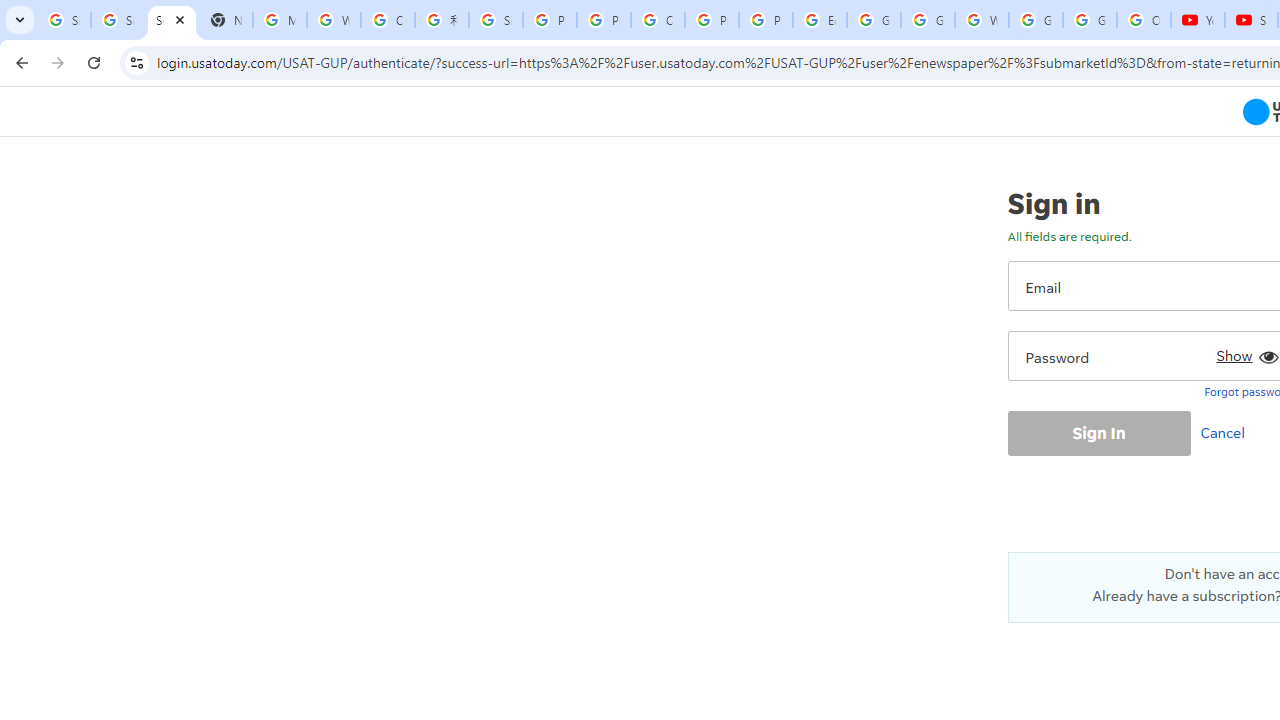 Image resolution: width=1280 pixels, height=720 pixels. I want to click on 'Who is my administrator? - Google Account Help', so click(334, 20).